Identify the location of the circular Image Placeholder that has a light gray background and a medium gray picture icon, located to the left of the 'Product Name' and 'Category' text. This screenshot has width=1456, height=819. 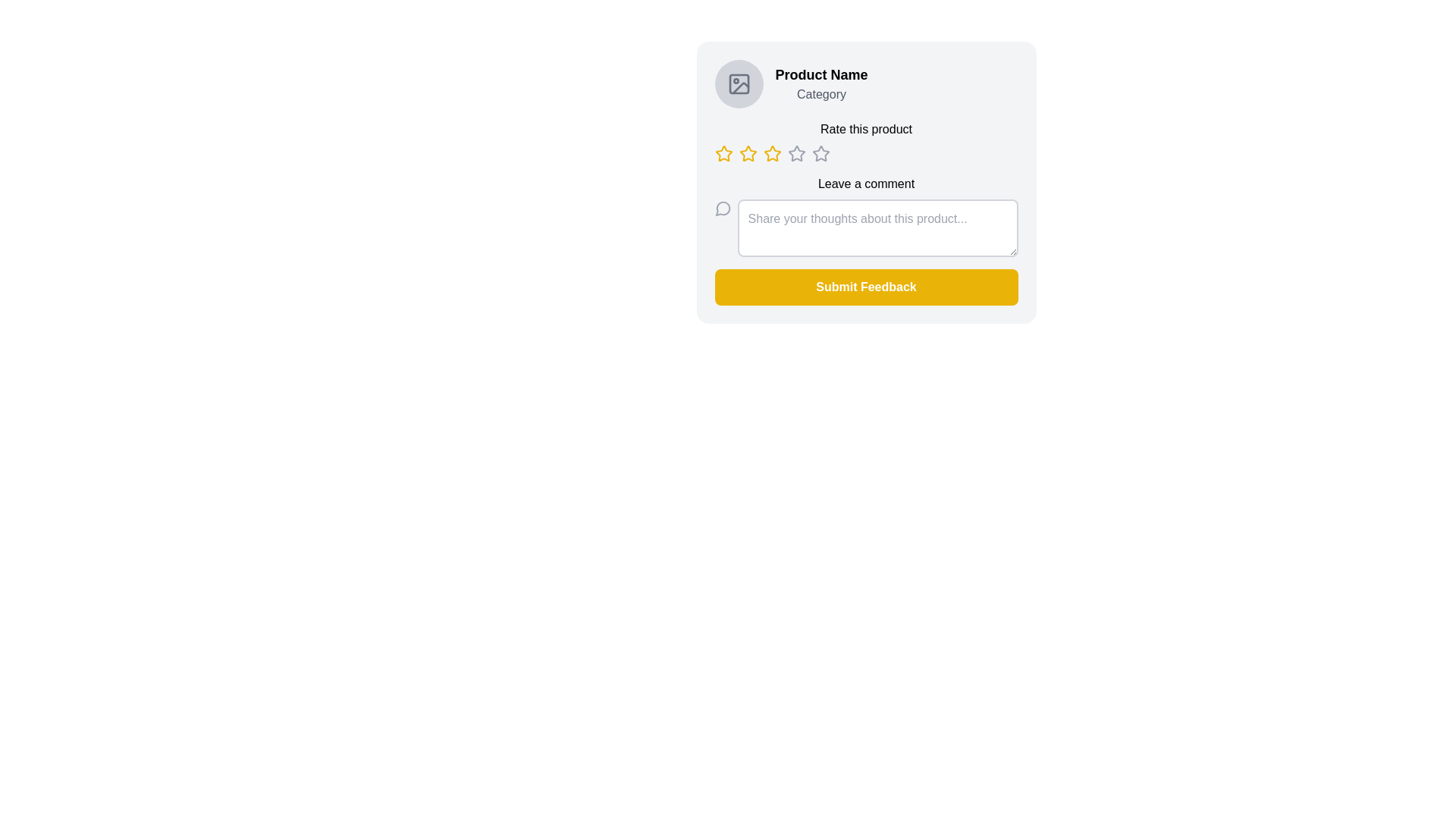
(739, 84).